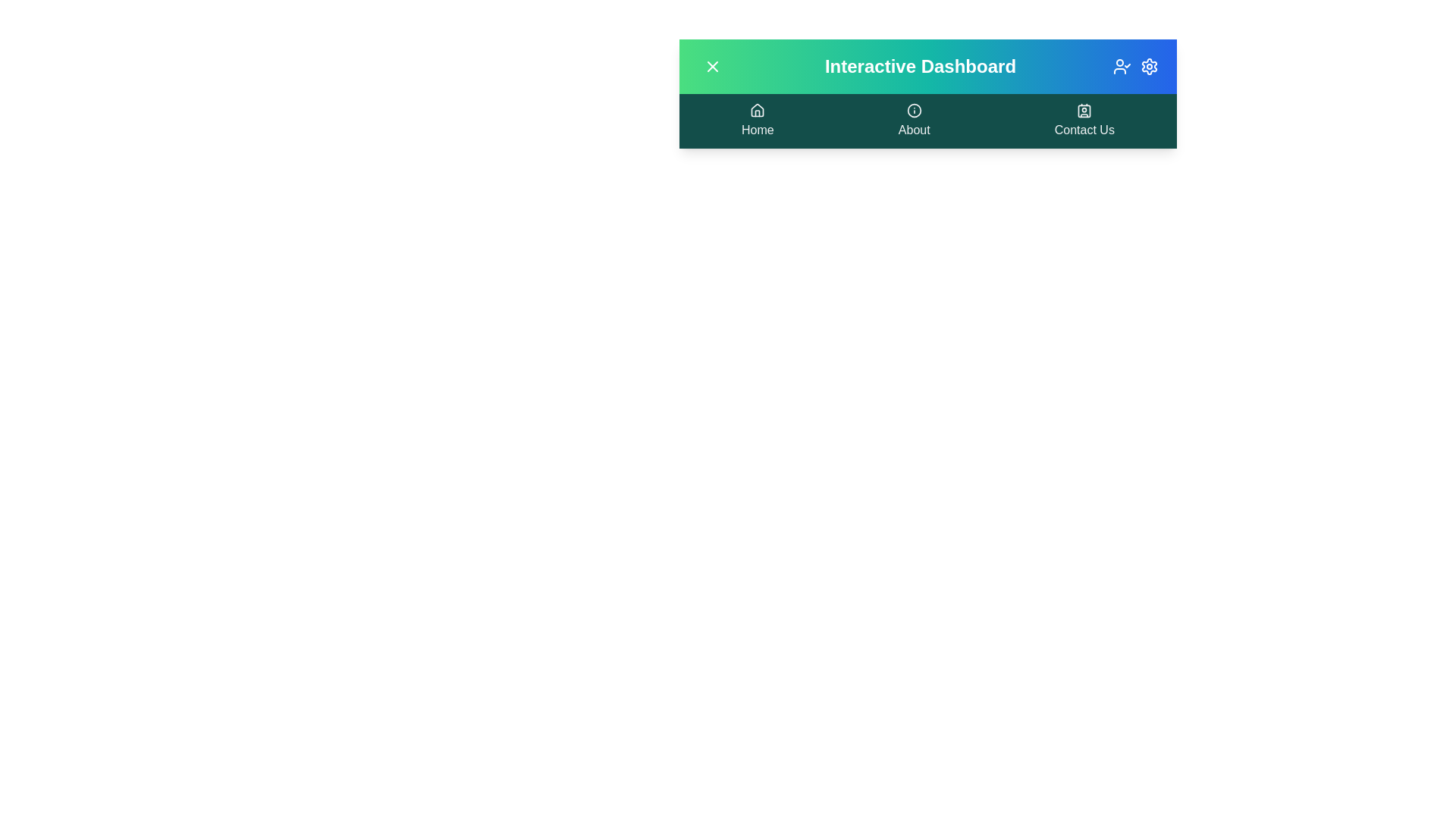 The image size is (1456, 819). What do you see at coordinates (1084, 120) in the screenshot?
I see `the 'Contact Us' menu item` at bounding box center [1084, 120].